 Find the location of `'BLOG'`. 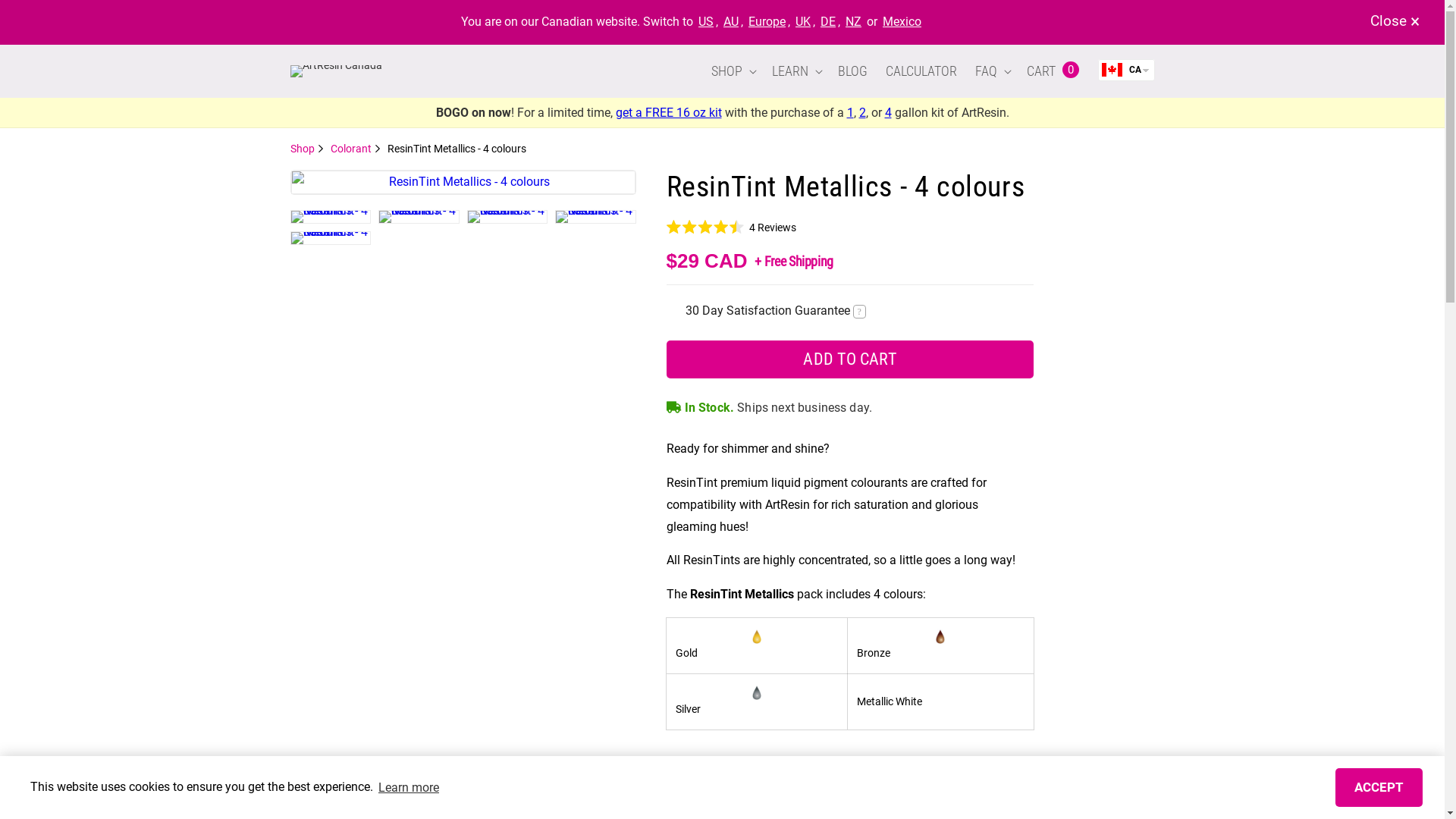

'BLOG' is located at coordinates (852, 71).